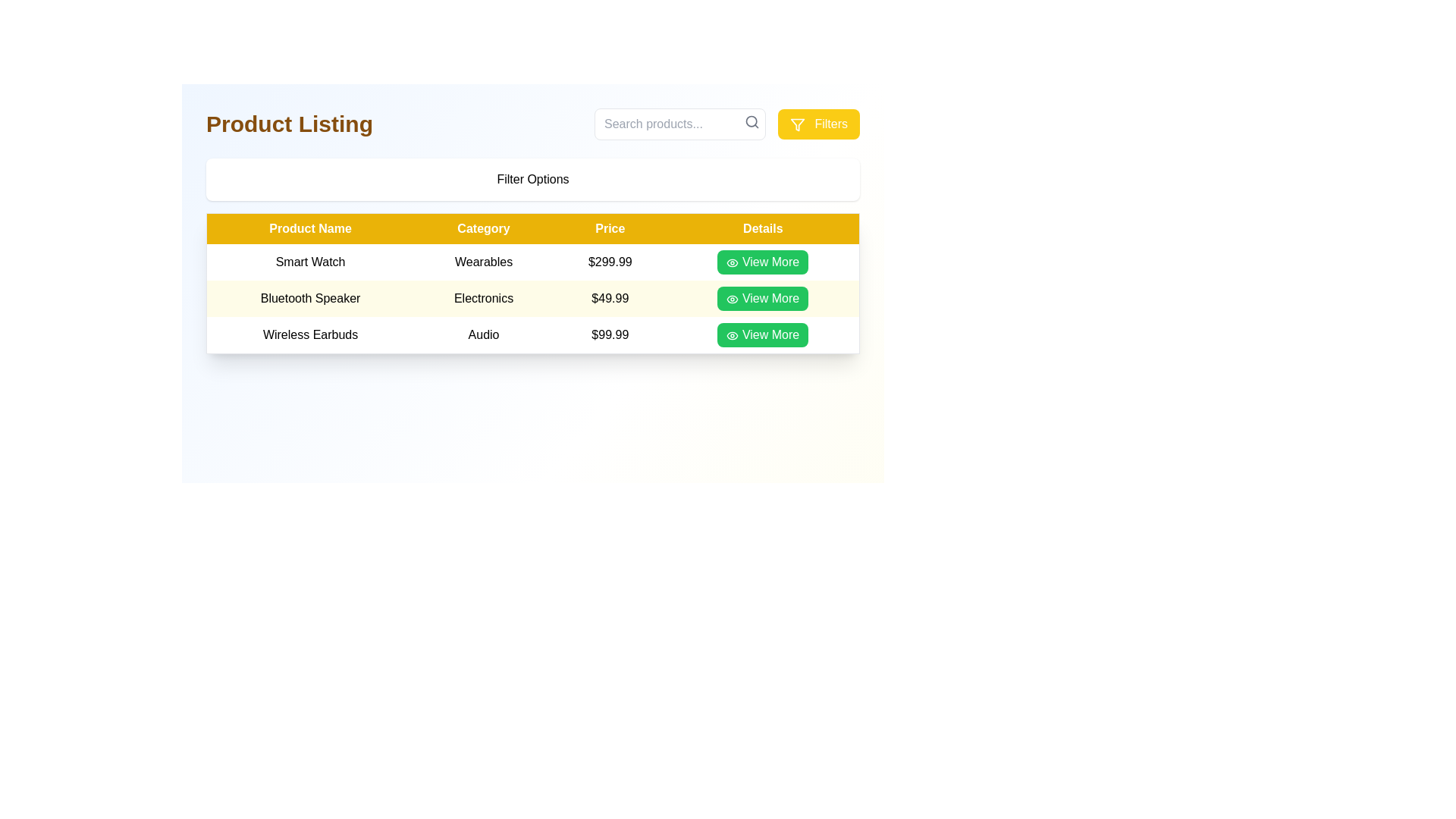  I want to click on the icon within the first 'View More' button in the table for the 'Smart Watch' product in the 'Details' column, so click(733, 262).